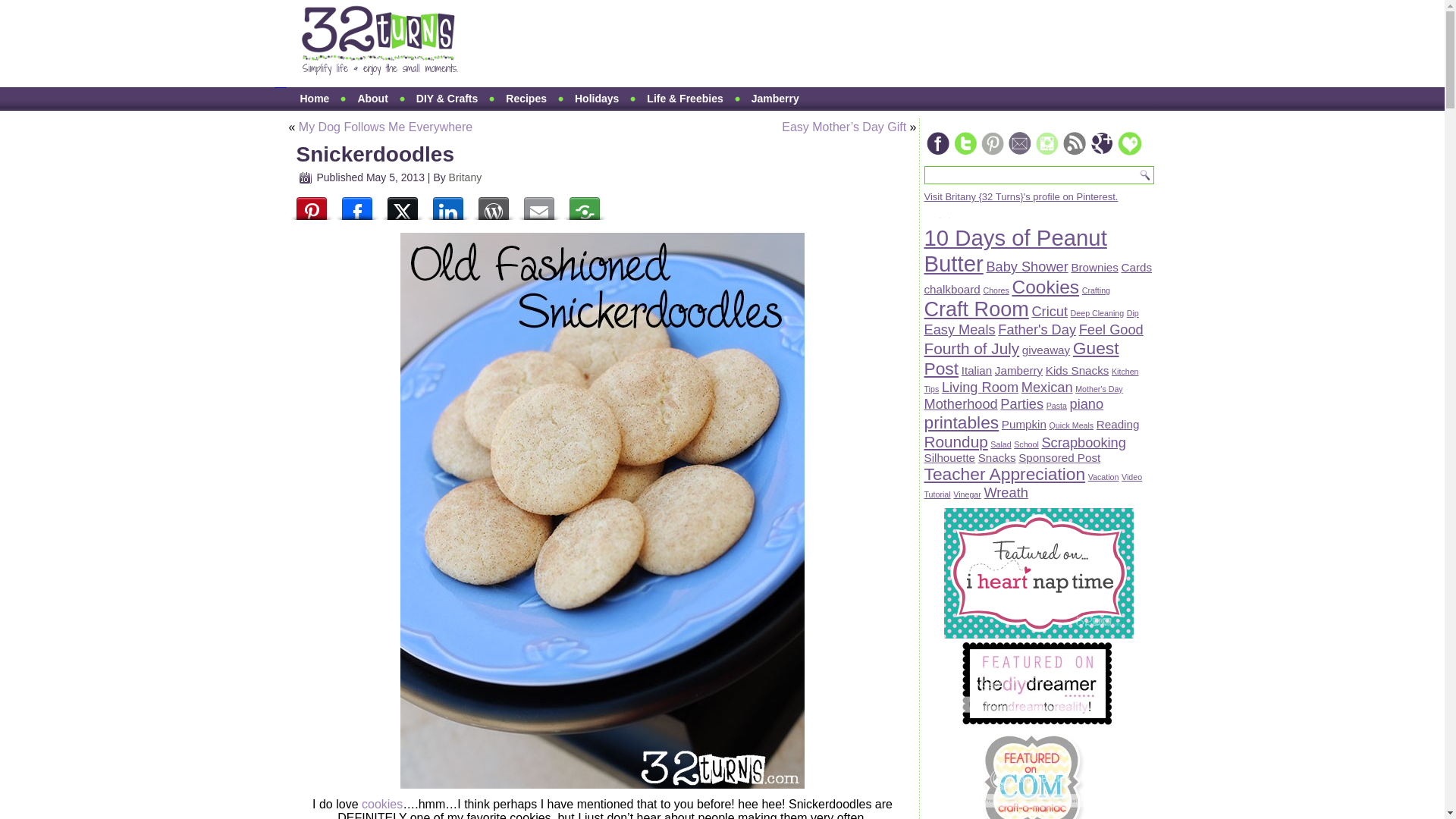 This screenshot has width=1456, height=819. I want to click on 'About', so click(372, 99).